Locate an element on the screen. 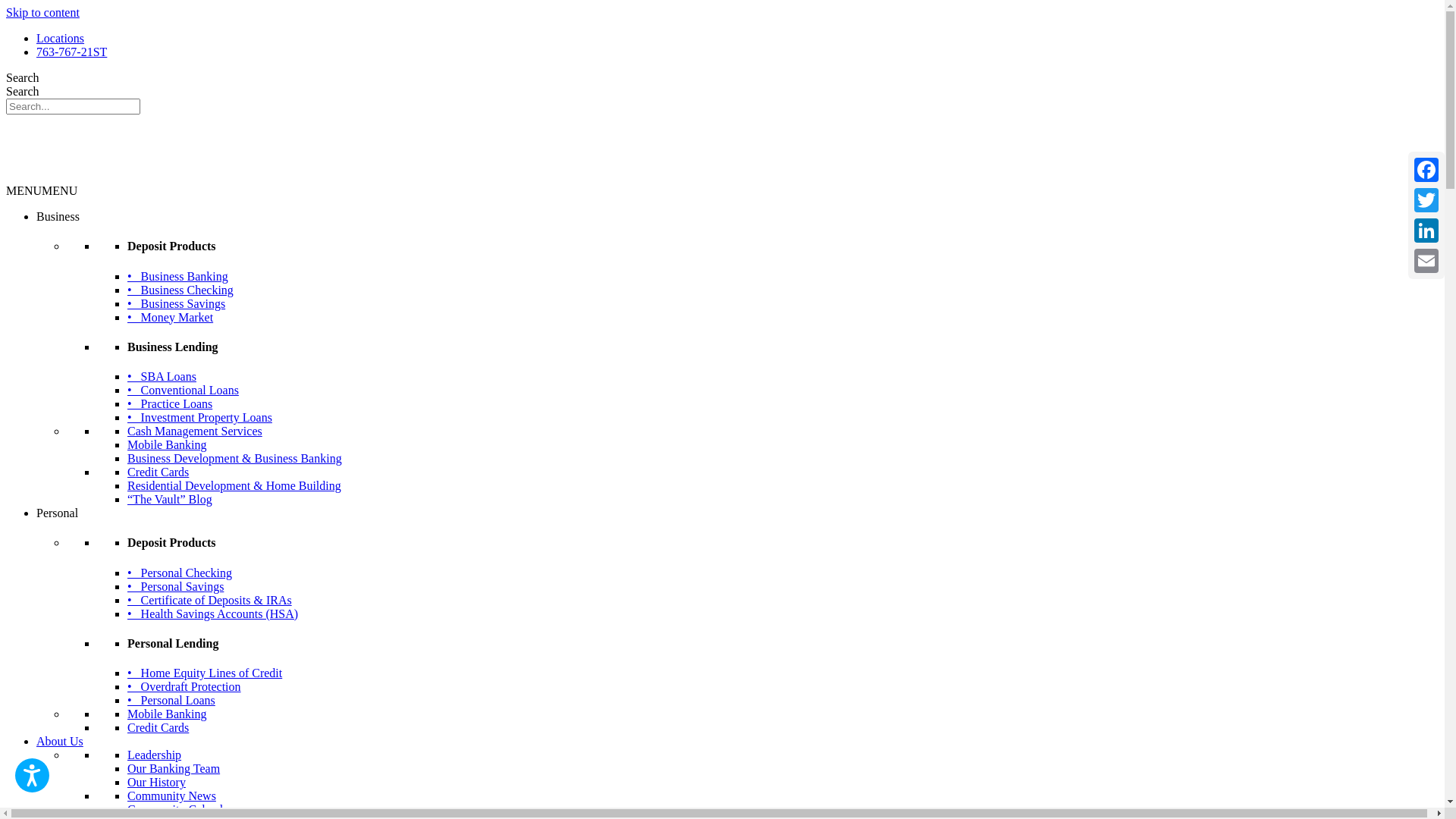 Image resolution: width=1456 pixels, height=819 pixels. 'Email' is located at coordinates (1410, 259).